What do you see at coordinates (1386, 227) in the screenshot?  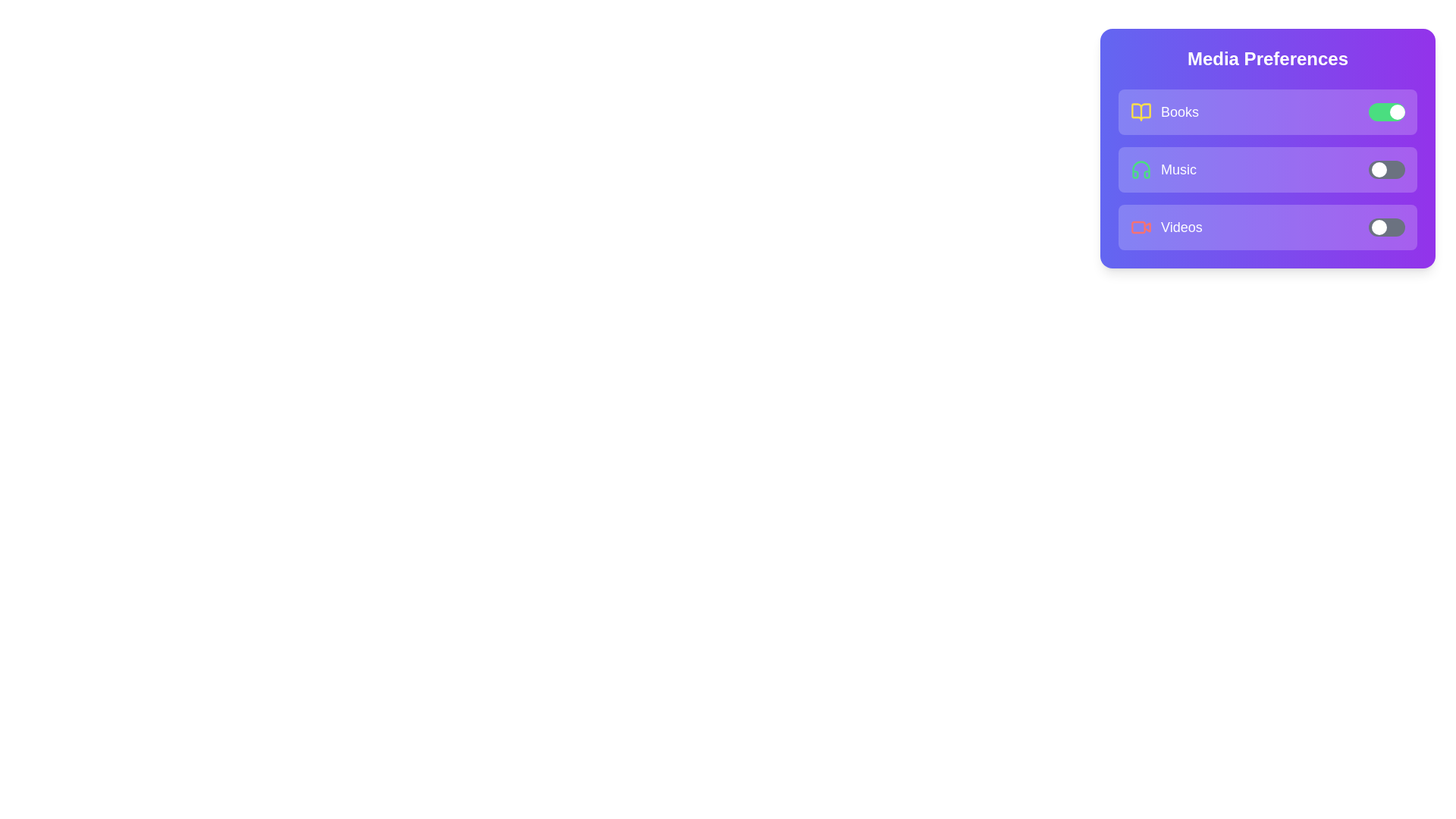 I see `the horizontal toggle switch on the right side of the 'Videos' label` at bounding box center [1386, 227].